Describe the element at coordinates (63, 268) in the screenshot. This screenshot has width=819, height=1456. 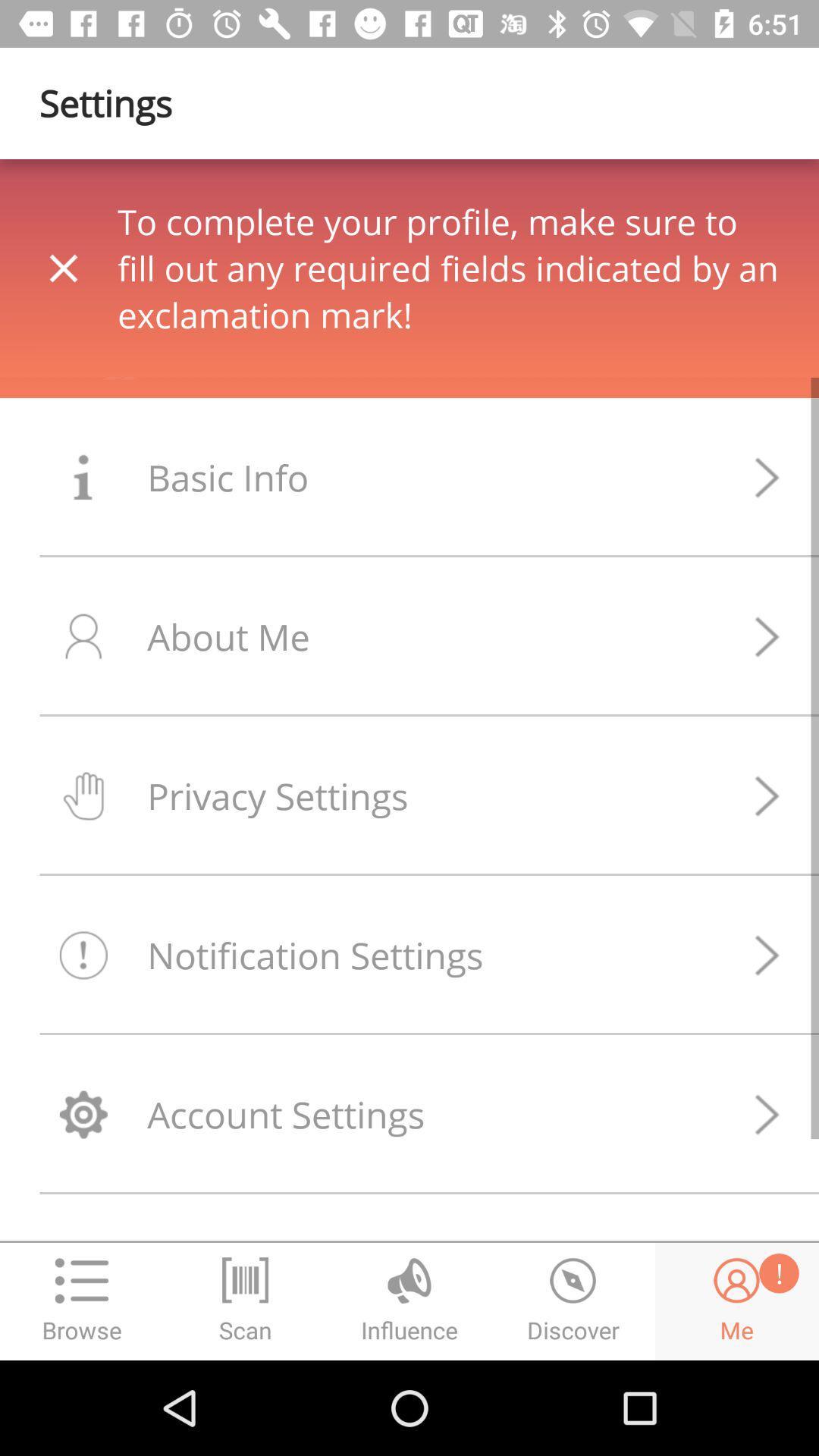
I see `the close icon` at that location.